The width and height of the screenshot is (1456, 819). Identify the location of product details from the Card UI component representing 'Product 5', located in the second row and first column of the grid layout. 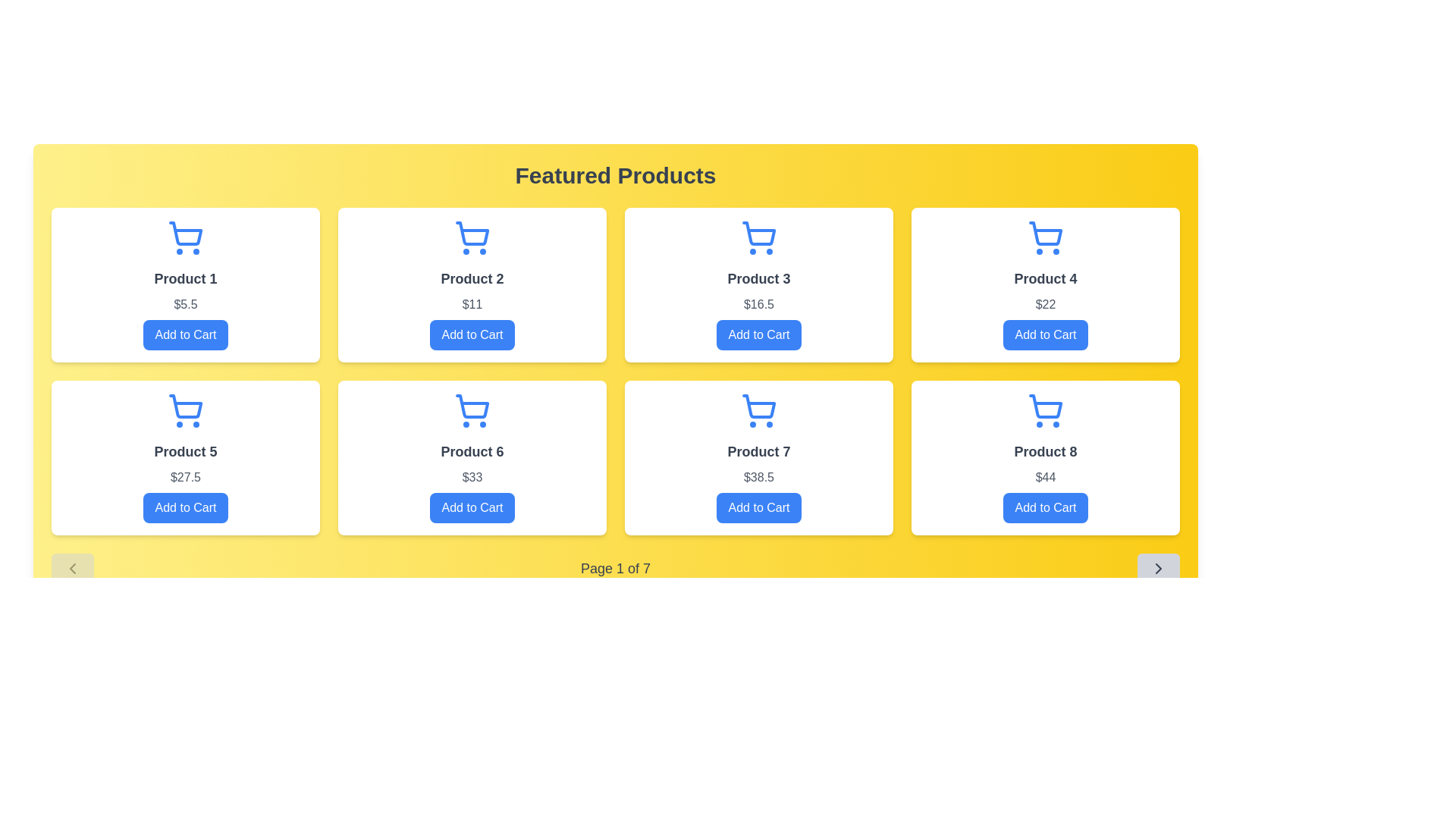
(184, 457).